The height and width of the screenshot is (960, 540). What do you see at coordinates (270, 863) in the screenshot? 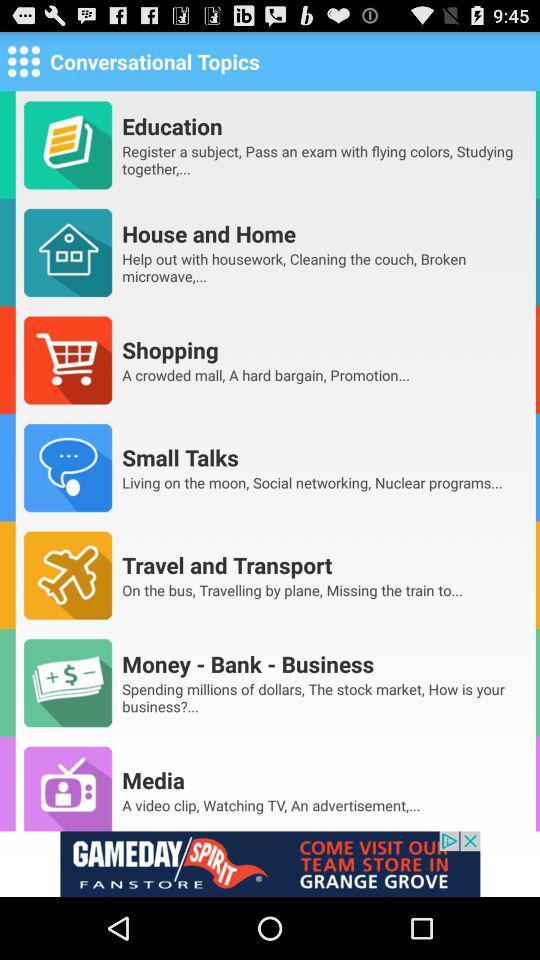
I see `advertisement` at bounding box center [270, 863].